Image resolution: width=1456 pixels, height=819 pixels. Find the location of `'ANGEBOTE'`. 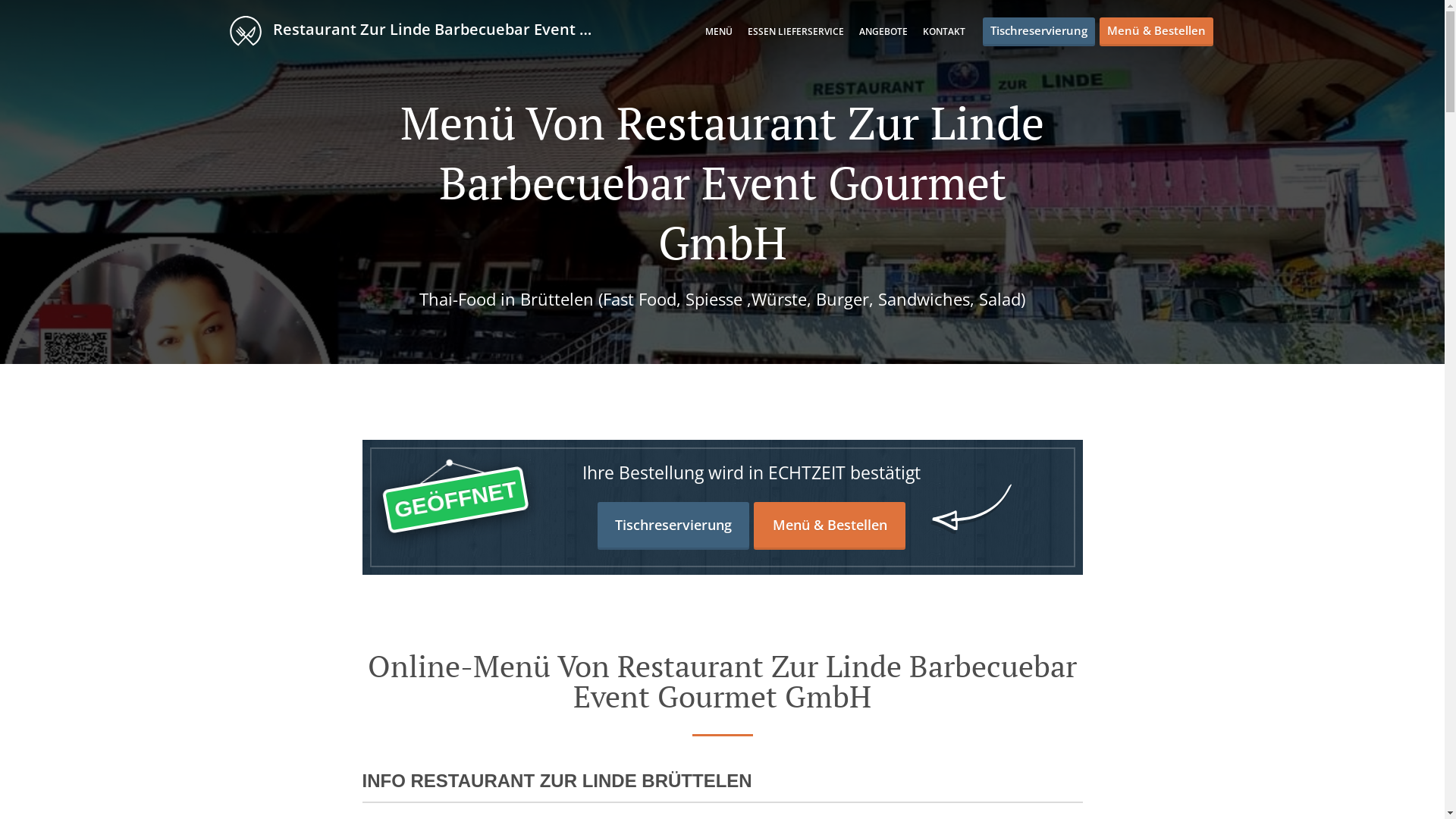

'ANGEBOTE' is located at coordinates (858, 31).